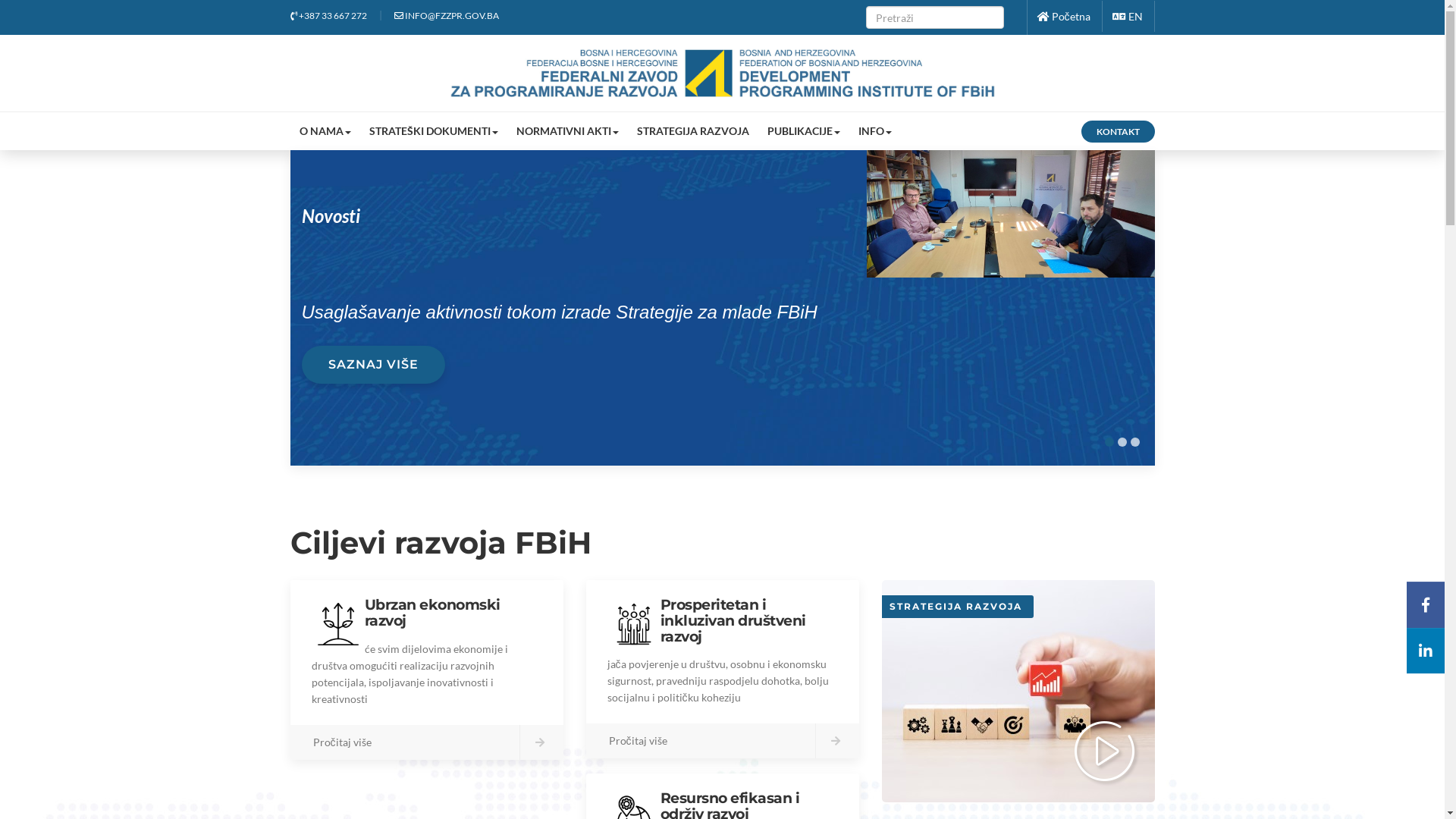 The height and width of the screenshot is (819, 1456). I want to click on 'KONTAKT', so click(1118, 130).